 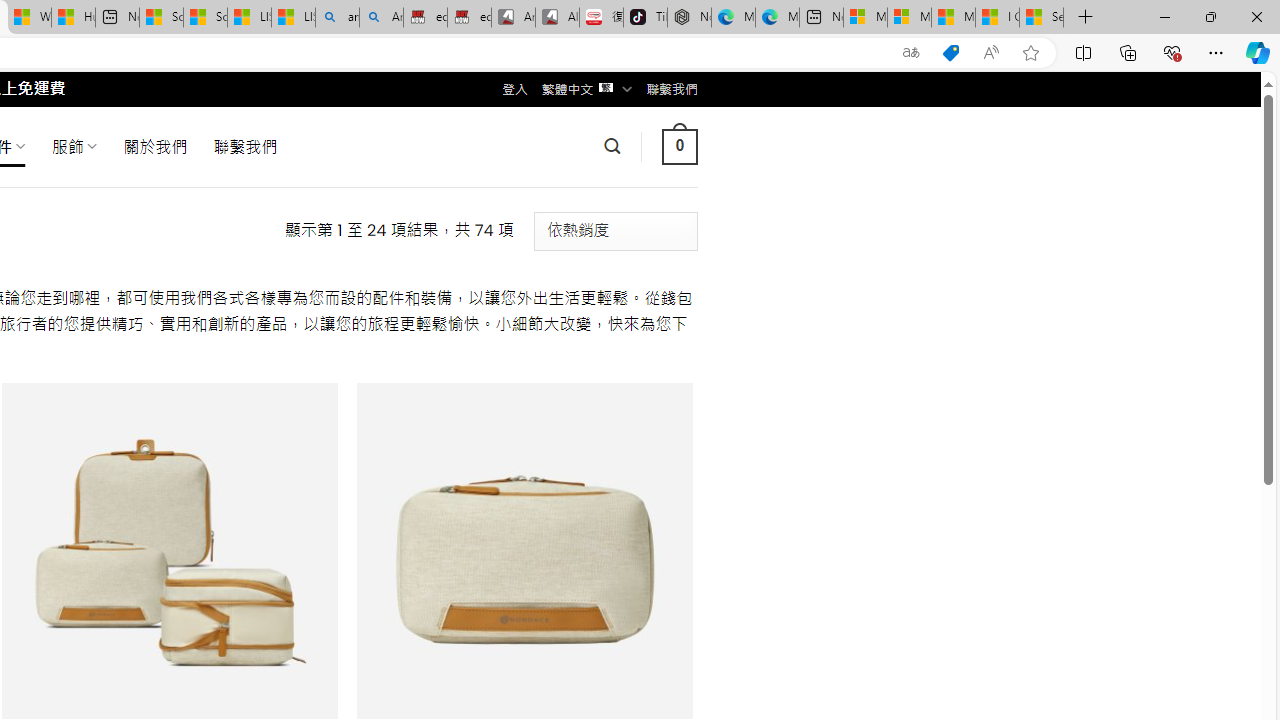 I want to click on 'Nordace - Best Sellers', so click(x=689, y=17).